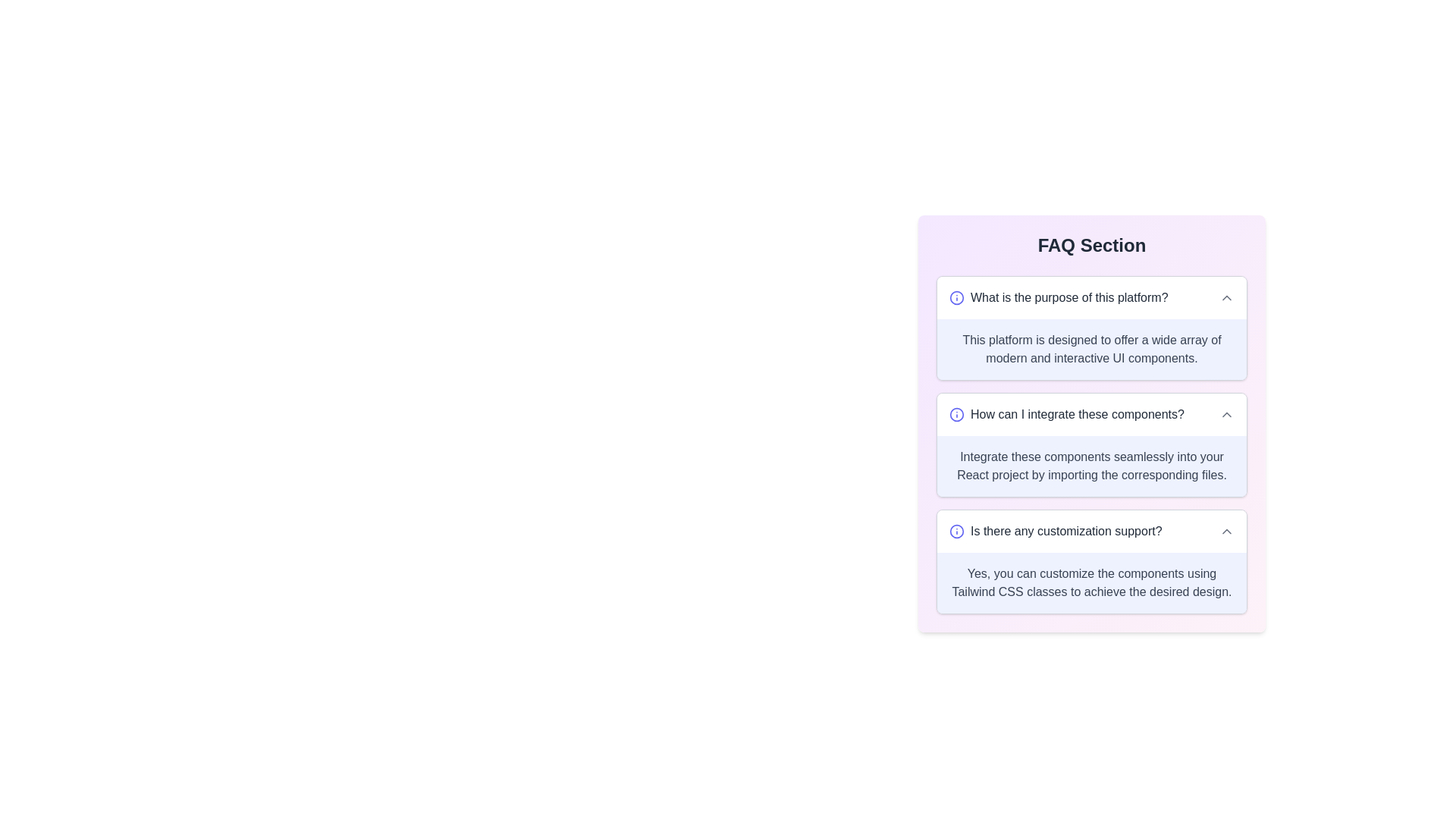  Describe the element at coordinates (1092, 561) in the screenshot. I see `the third item in the Interactive collapsible FAQ panel` at that location.